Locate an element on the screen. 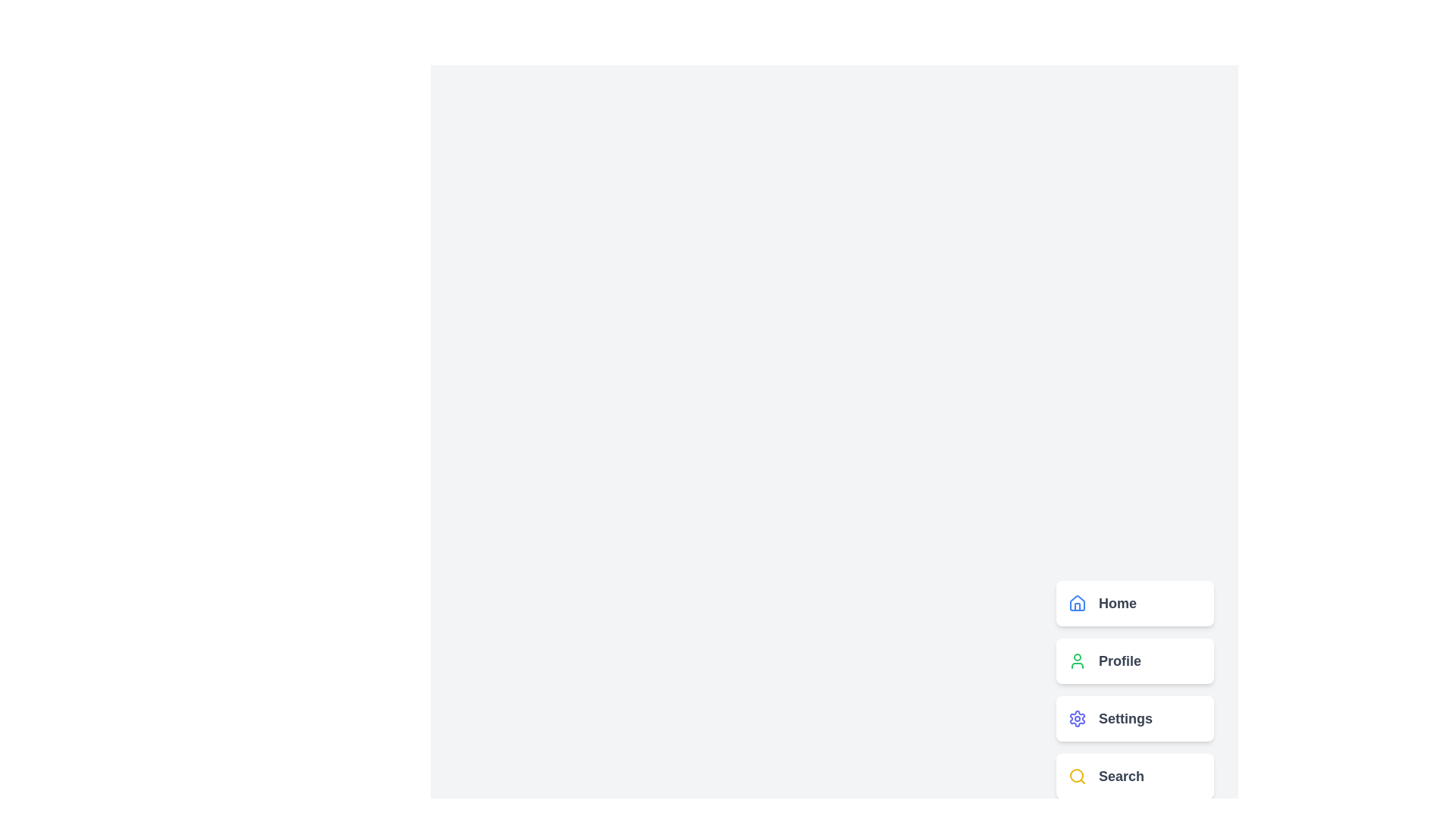  the 'Settings' button to activate the menu option is located at coordinates (1135, 718).